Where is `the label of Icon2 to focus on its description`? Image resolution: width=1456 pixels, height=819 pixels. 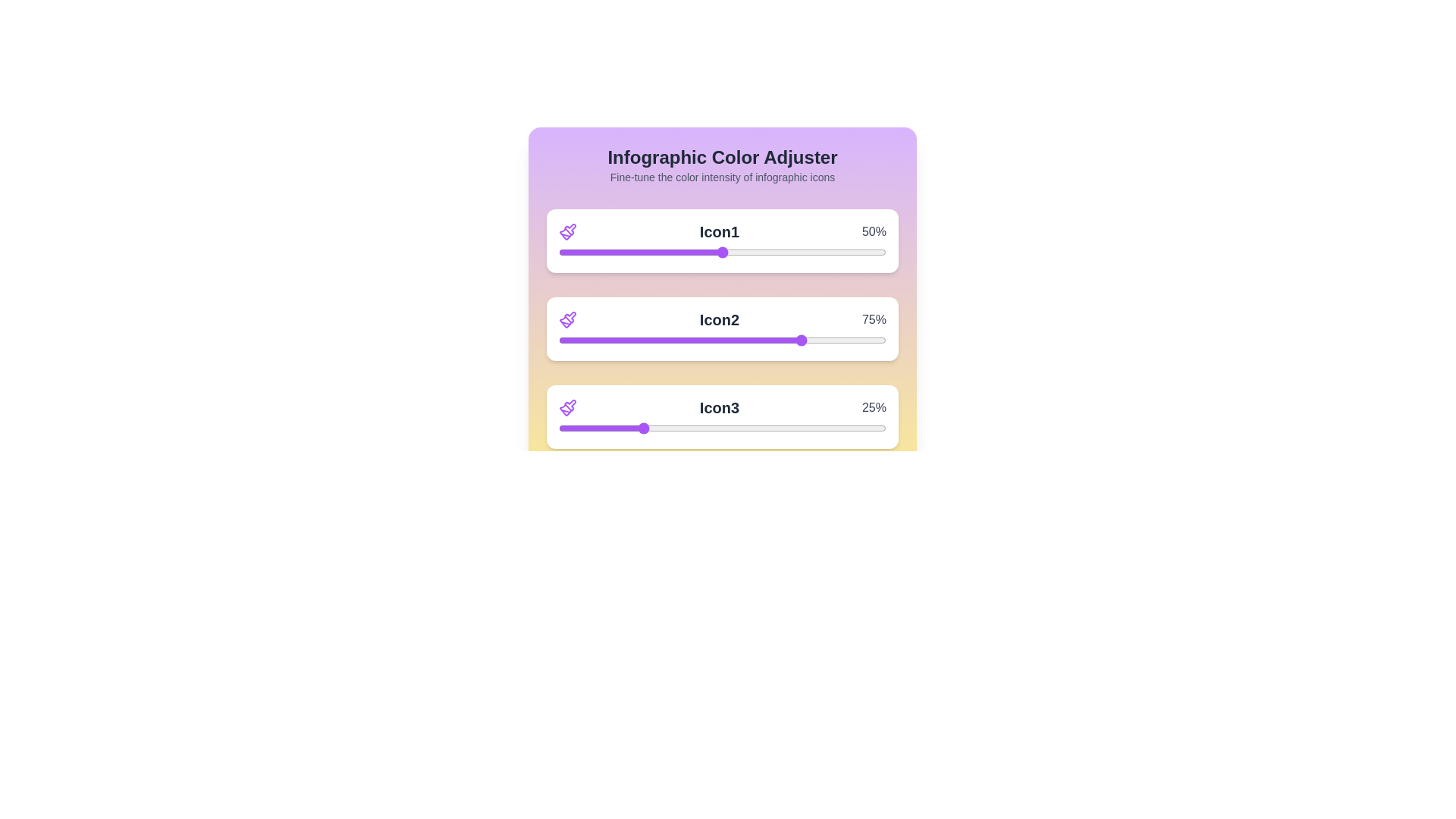
the label of Icon2 to focus on its description is located at coordinates (719, 318).